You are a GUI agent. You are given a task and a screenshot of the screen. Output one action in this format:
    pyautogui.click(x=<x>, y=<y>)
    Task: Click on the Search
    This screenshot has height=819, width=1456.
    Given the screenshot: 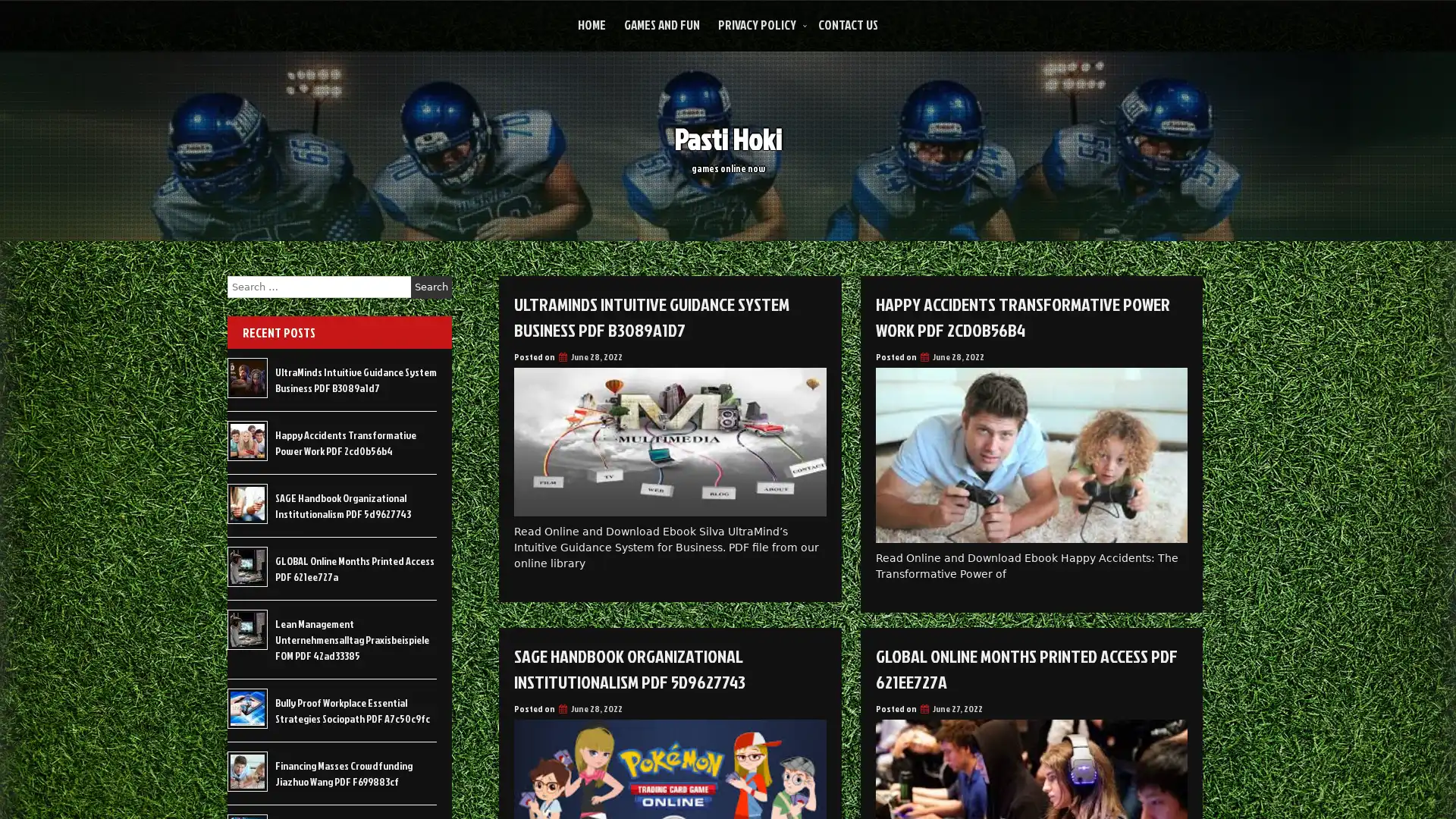 What is the action you would take?
    pyautogui.click(x=431, y=287)
    